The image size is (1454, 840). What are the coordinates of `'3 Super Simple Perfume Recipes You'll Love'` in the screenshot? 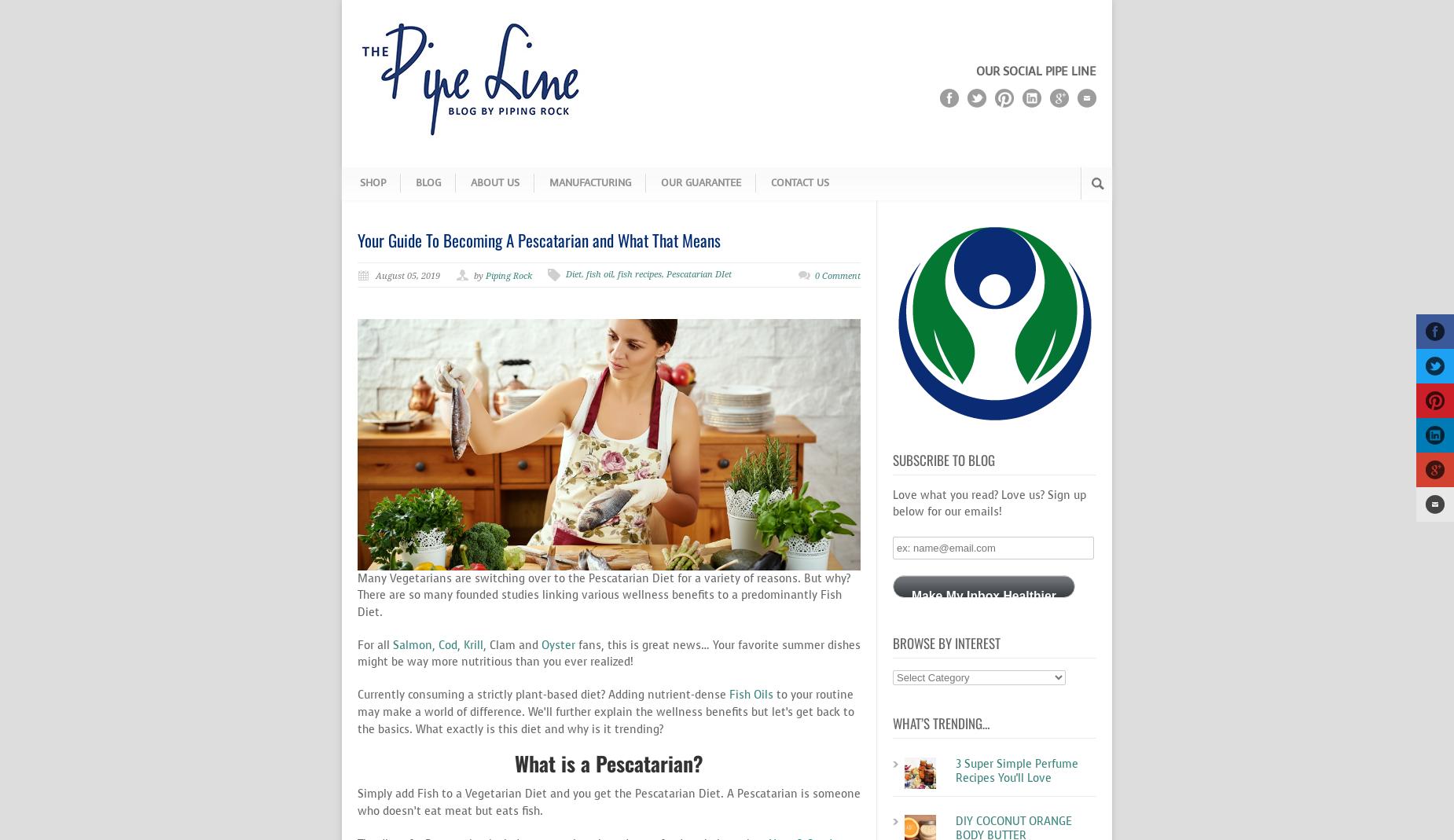 It's located at (1015, 771).